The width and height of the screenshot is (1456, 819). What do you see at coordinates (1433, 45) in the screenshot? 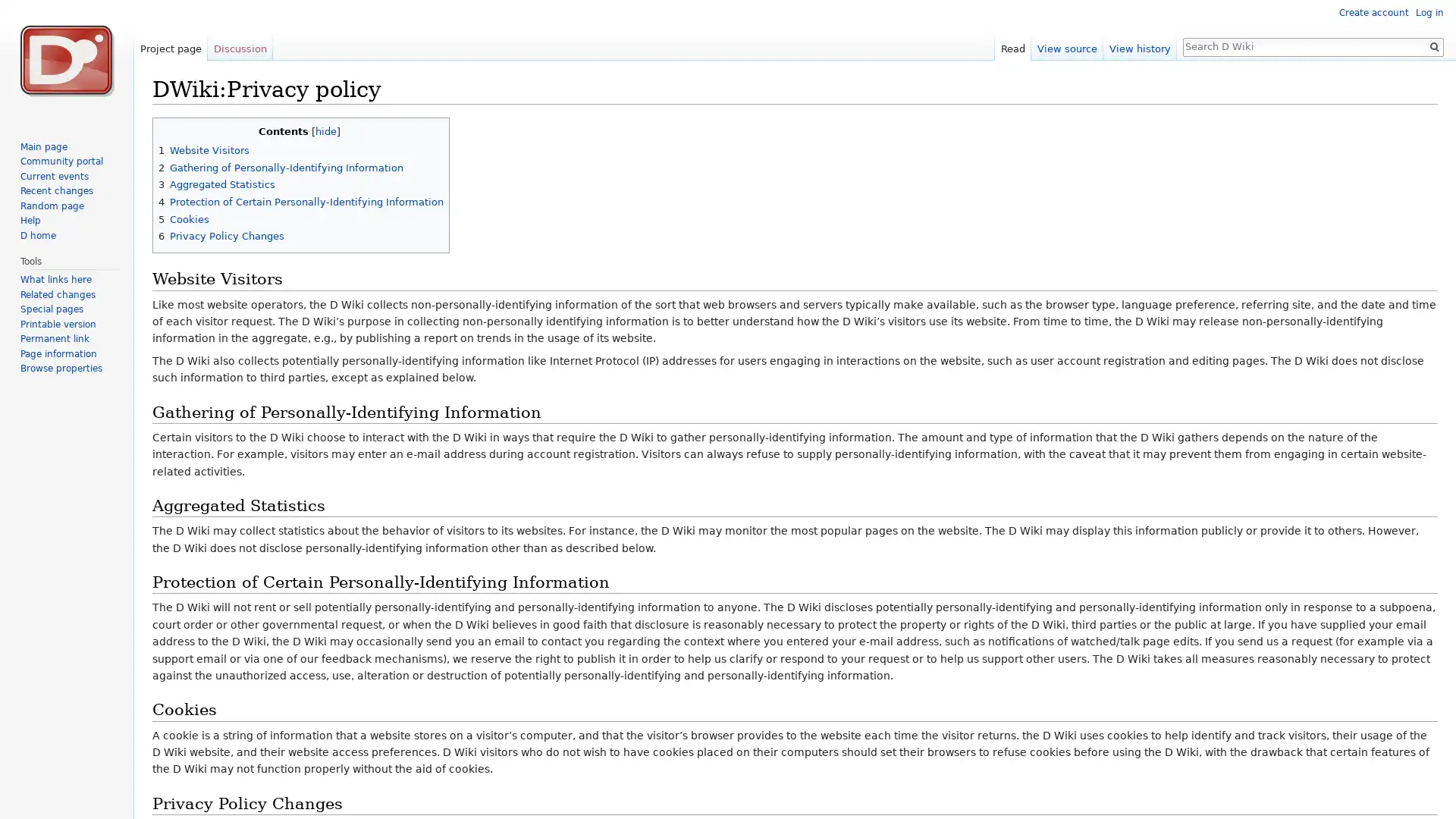
I see `Go` at bounding box center [1433, 45].